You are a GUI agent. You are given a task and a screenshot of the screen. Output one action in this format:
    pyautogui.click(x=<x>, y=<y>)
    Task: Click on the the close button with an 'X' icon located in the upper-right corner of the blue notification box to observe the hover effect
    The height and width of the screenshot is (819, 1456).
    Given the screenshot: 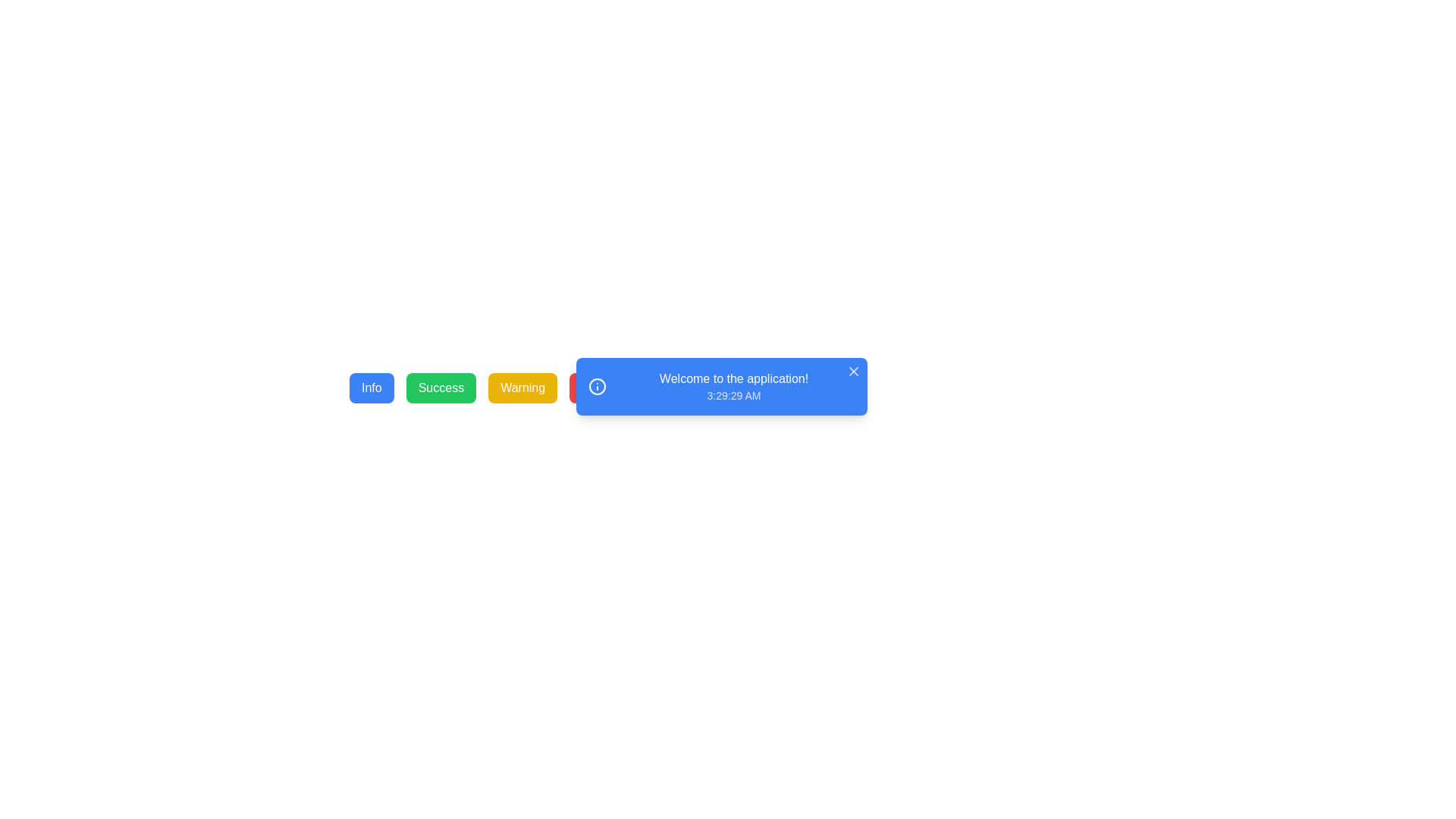 What is the action you would take?
    pyautogui.click(x=854, y=371)
    